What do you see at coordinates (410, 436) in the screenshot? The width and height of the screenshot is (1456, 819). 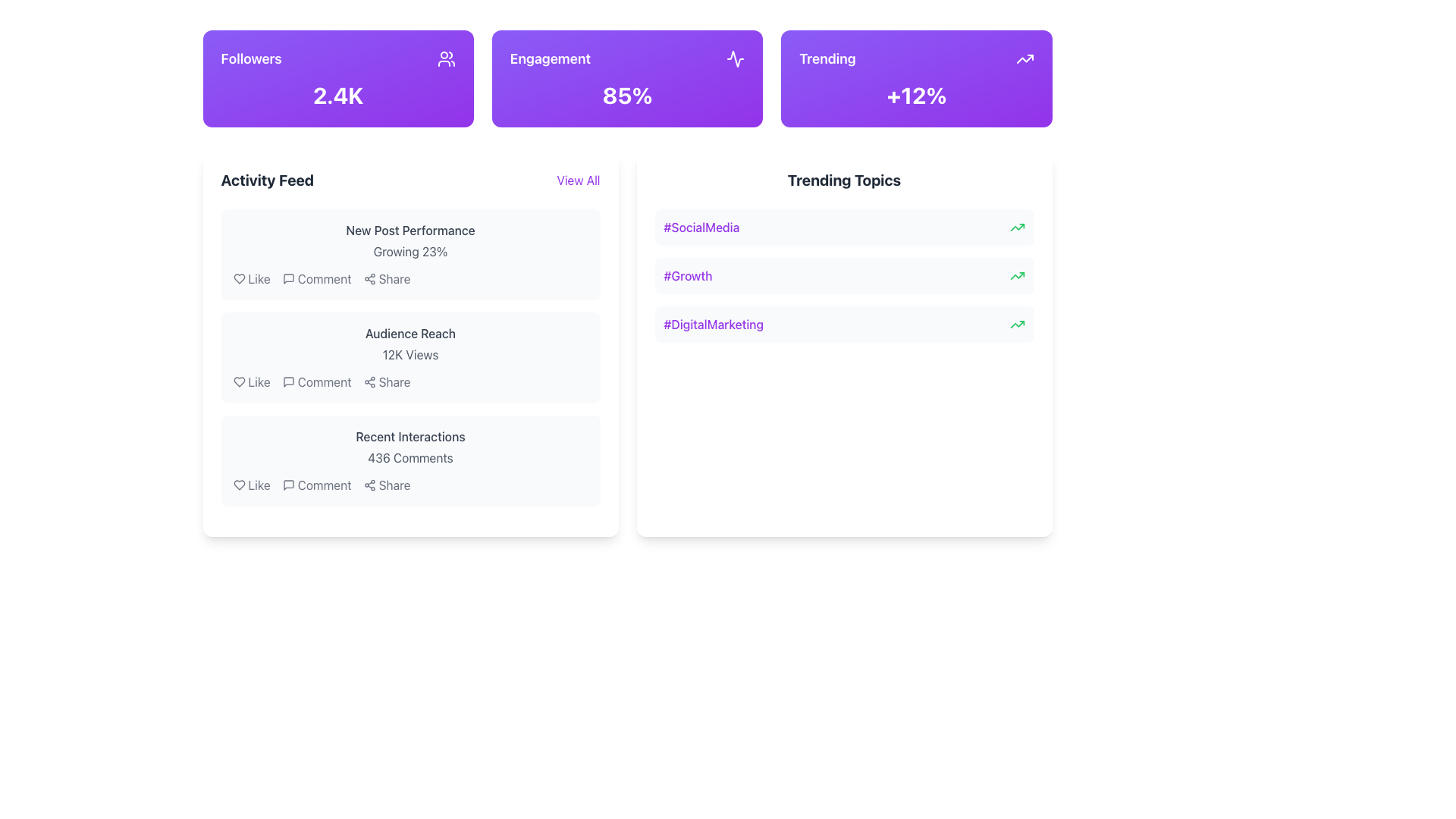 I see `the text label located in the lower part of the highlighted section of the activity feed, positioned above '436 Comments' and below 'Audience Reach'` at bounding box center [410, 436].